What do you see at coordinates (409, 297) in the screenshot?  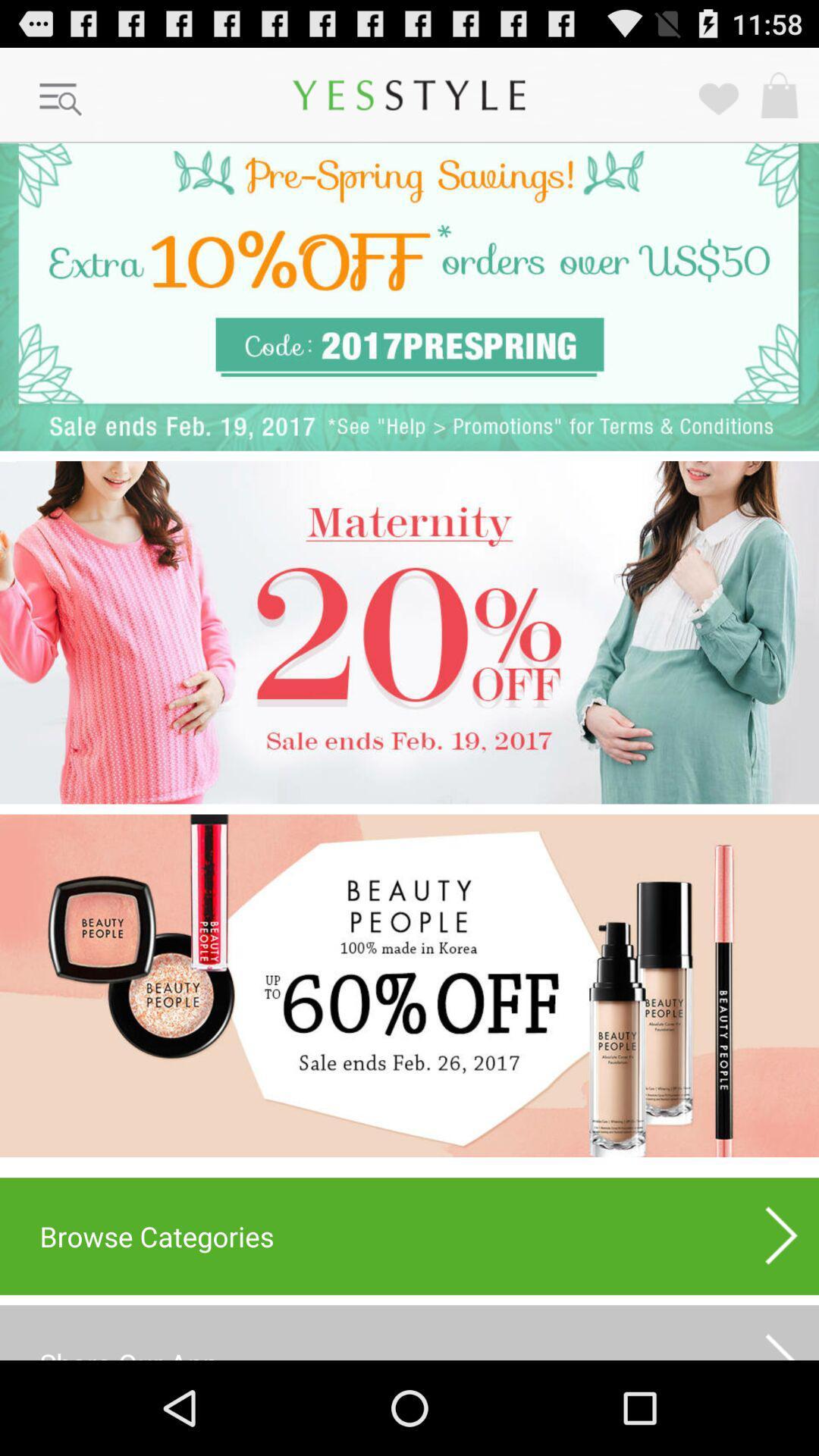 I see `get coupon` at bounding box center [409, 297].